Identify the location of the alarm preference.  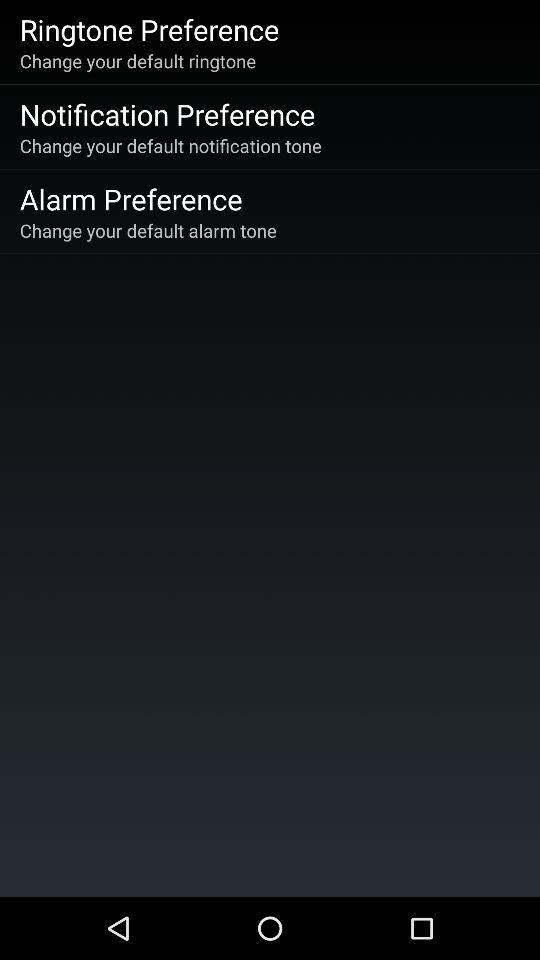
(131, 198).